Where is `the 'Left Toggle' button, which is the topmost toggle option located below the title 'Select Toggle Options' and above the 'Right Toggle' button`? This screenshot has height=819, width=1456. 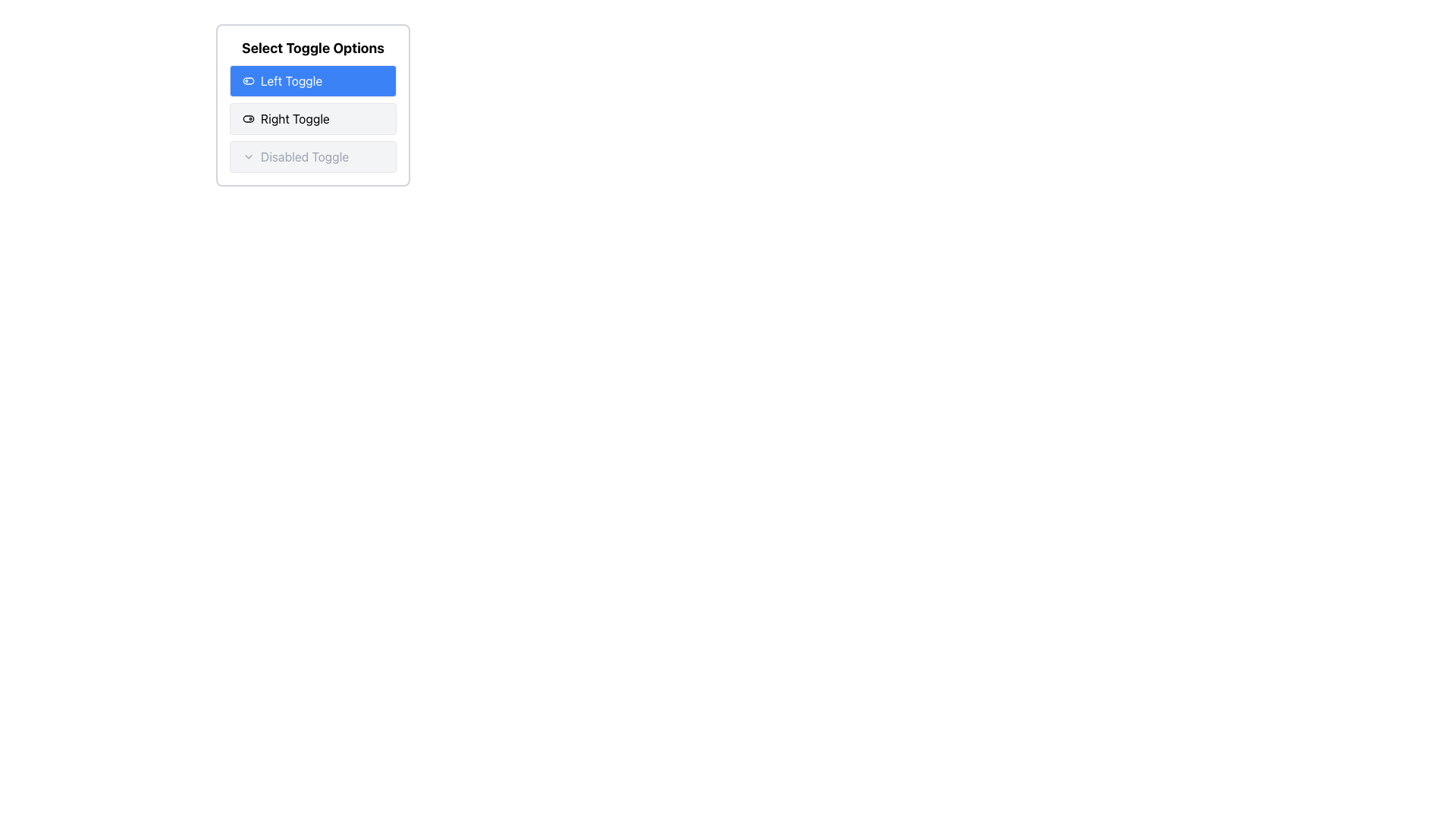
the 'Left Toggle' button, which is the topmost toggle option located below the title 'Select Toggle Options' and above the 'Right Toggle' button is located at coordinates (312, 81).